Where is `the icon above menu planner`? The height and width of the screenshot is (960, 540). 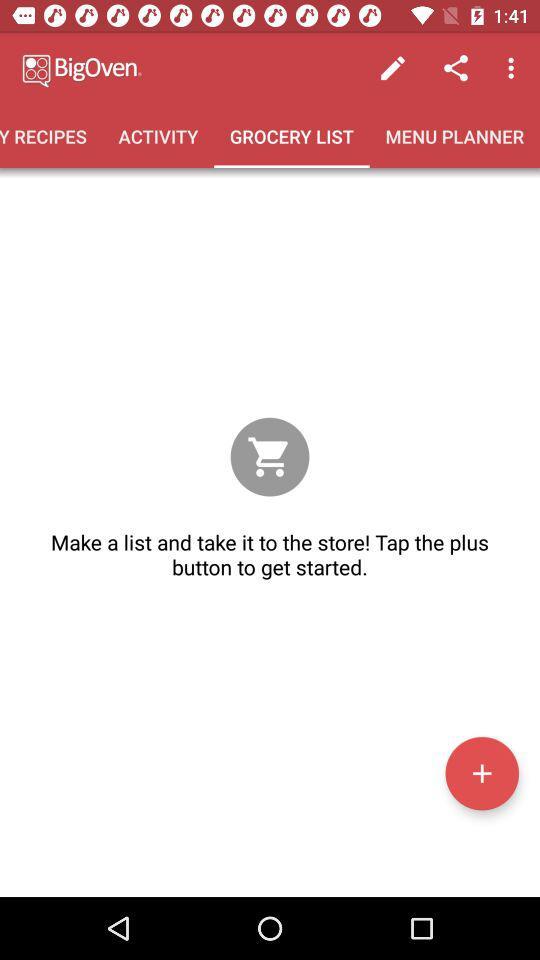 the icon above menu planner is located at coordinates (393, 68).